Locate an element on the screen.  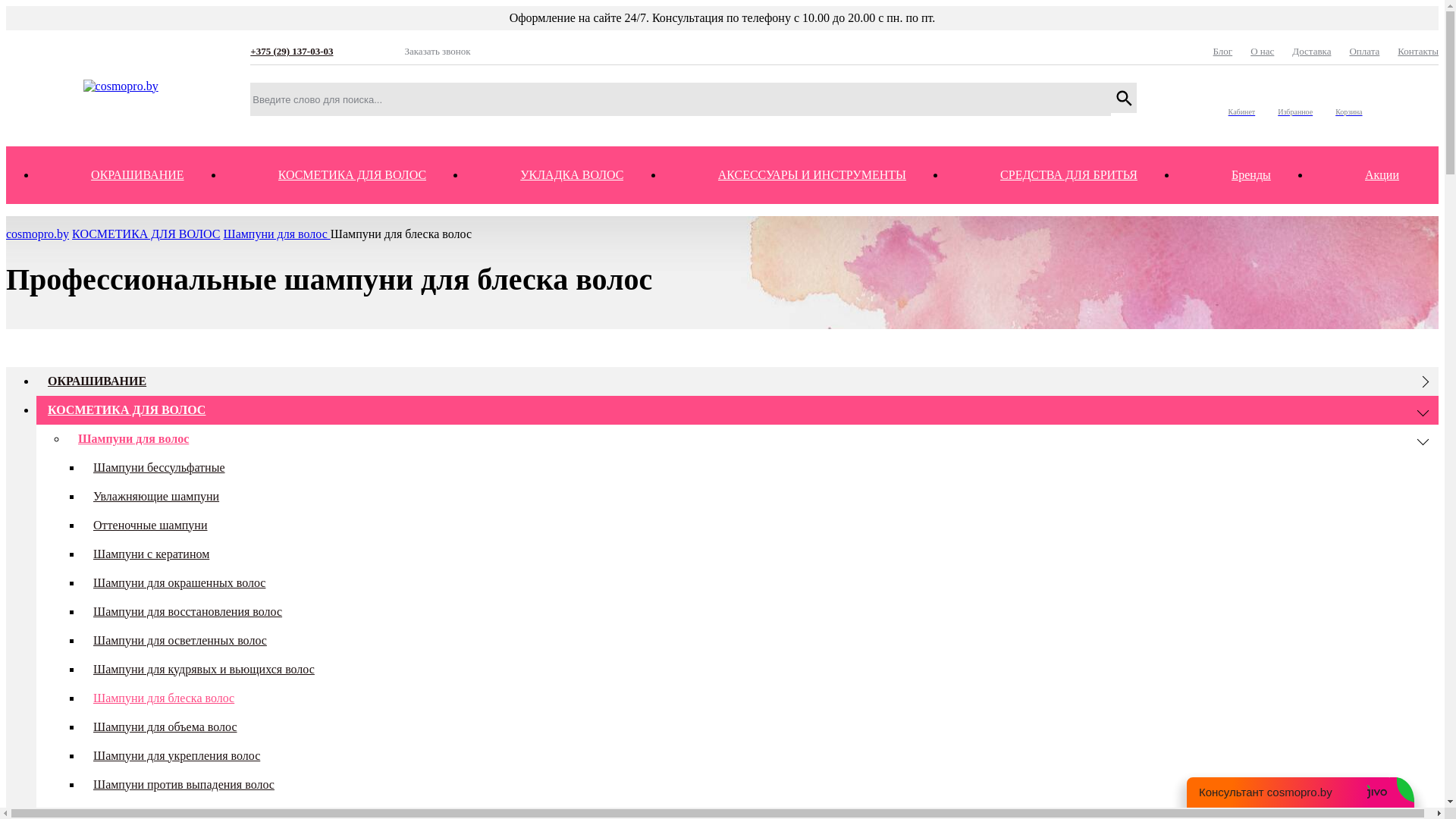
'cosmopro.by' is located at coordinates (83, 85).